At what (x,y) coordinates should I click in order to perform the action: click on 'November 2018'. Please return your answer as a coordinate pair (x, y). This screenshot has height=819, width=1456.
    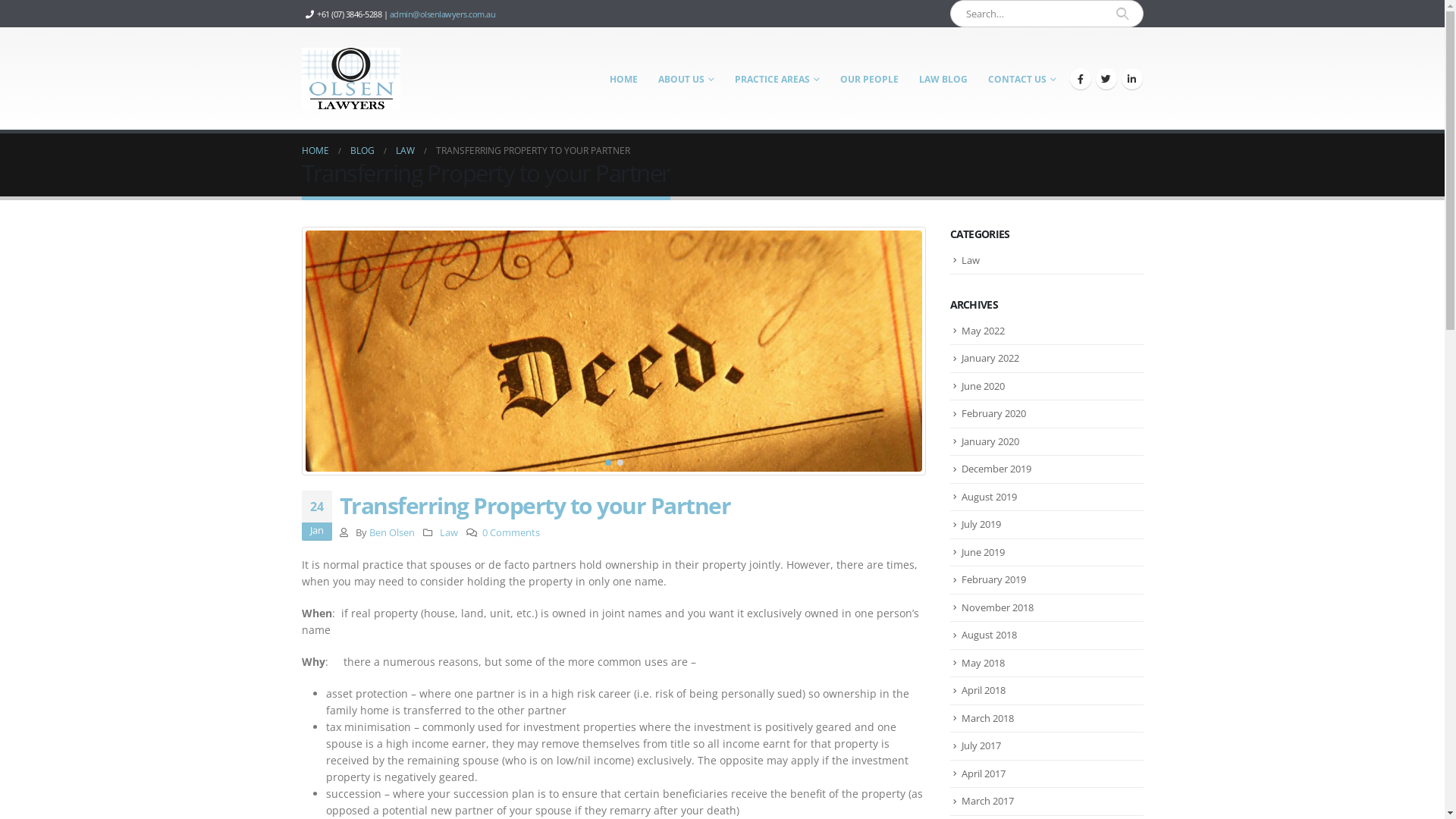
    Looking at the image, I should click on (997, 607).